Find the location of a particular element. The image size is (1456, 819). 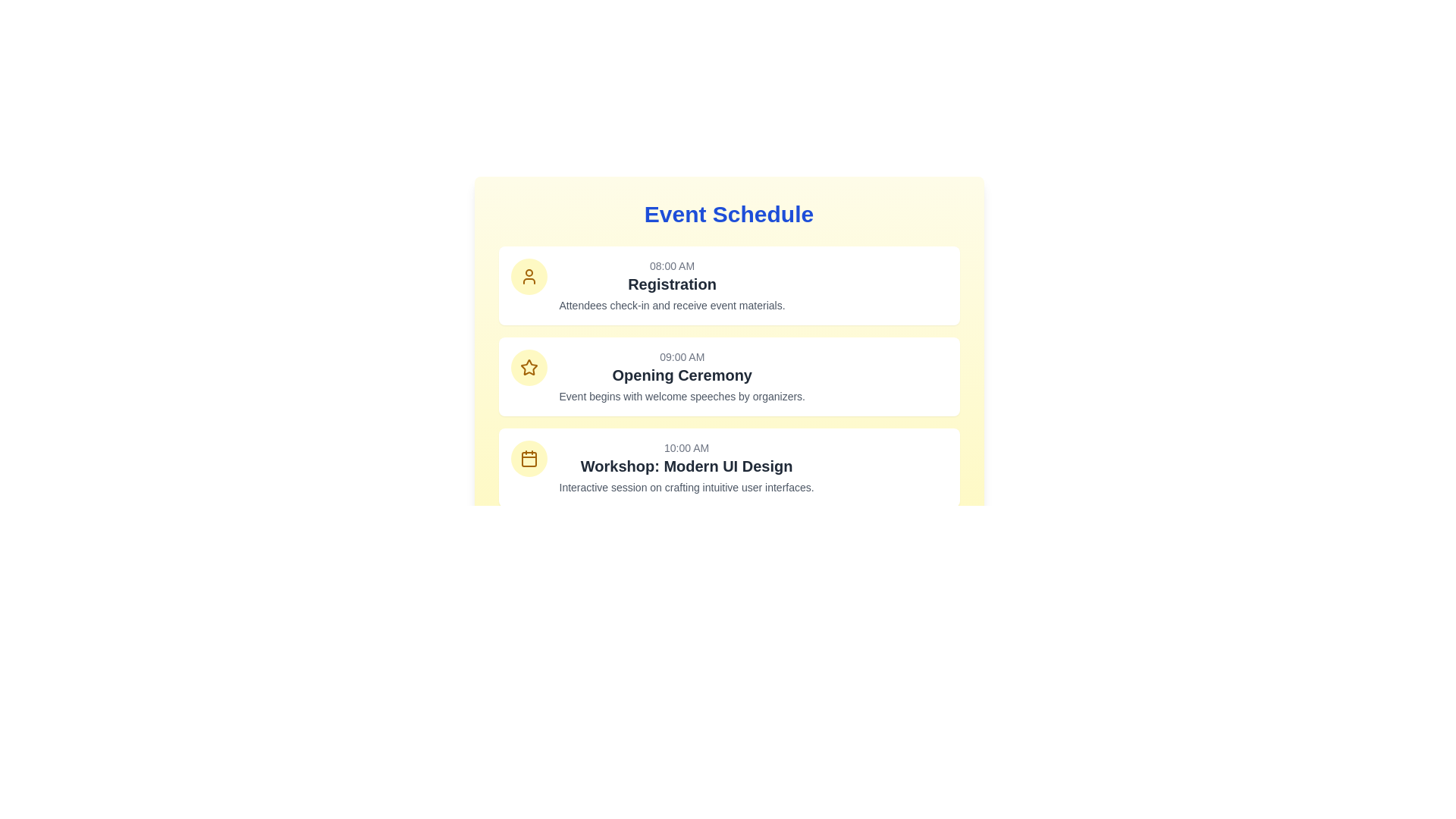

the calendar icon representing the 'Workshop: Modern UI Design' session located in the bottommost entry of the 'Event Schedule' section is located at coordinates (529, 458).